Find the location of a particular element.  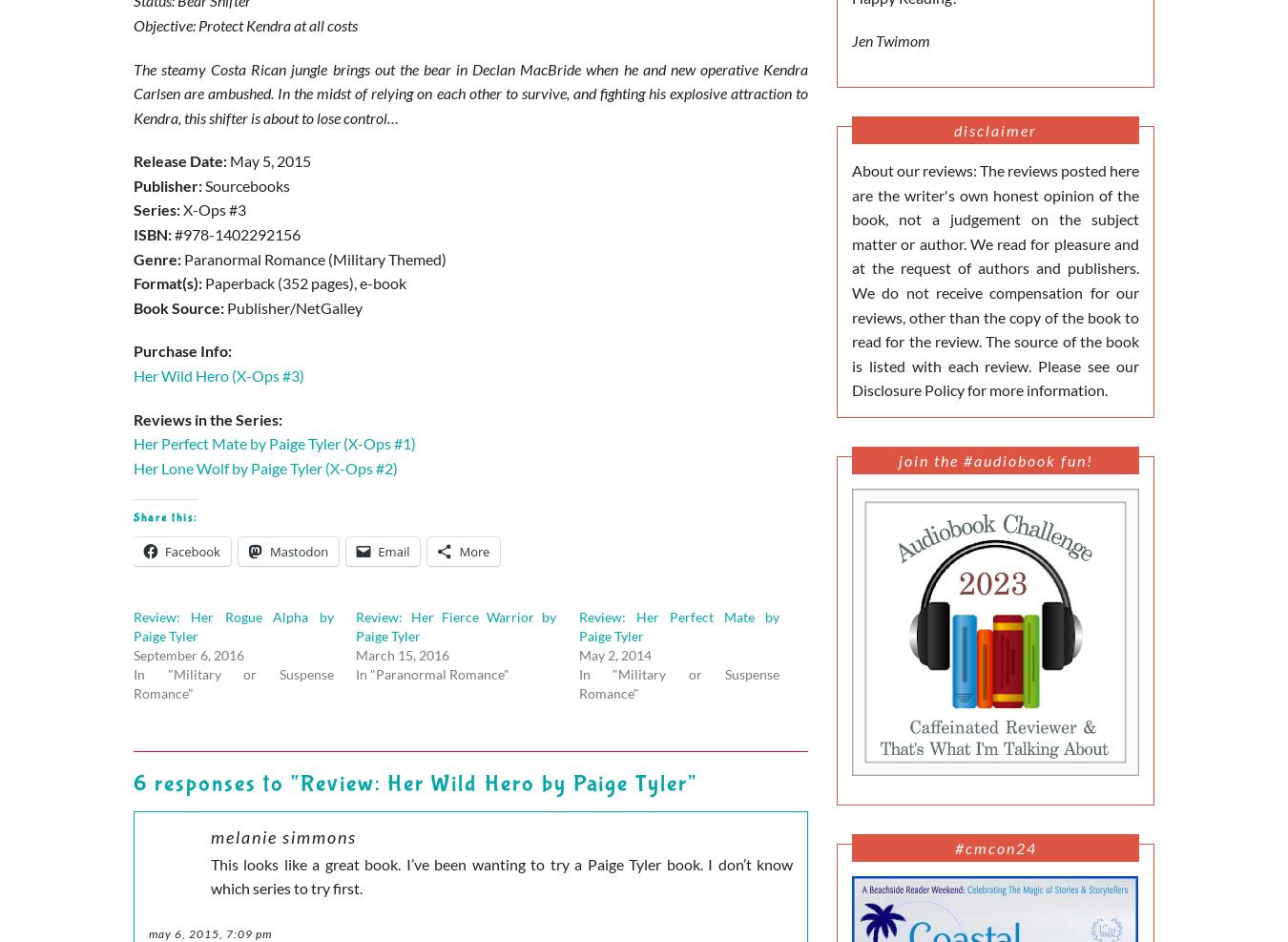

'#978-1402292156' is located at coordinates (236, 234).